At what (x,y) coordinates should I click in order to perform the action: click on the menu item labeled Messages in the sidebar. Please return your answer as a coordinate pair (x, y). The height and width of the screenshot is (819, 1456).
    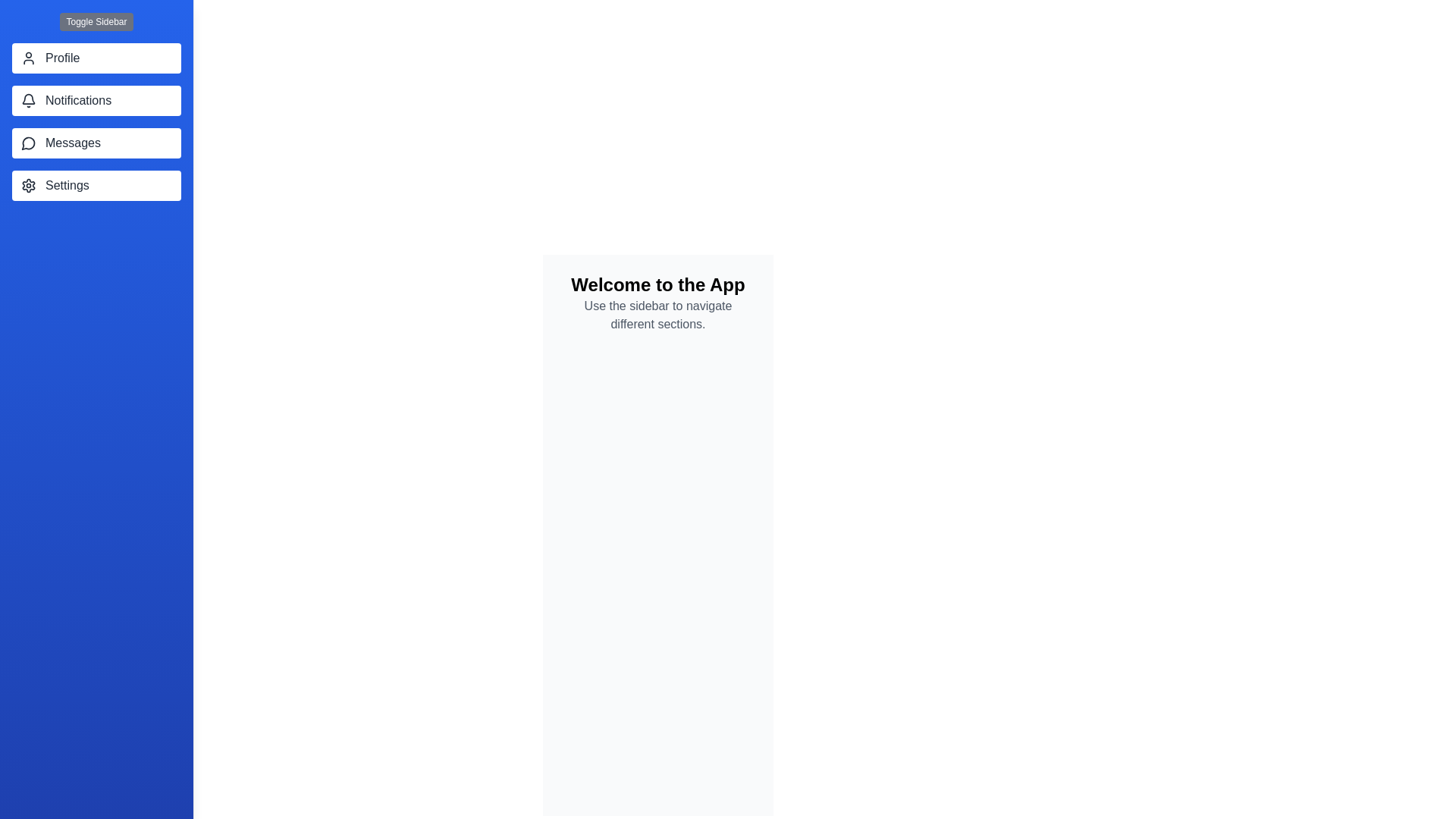
    Looking at the image, I should click on (96, 143).